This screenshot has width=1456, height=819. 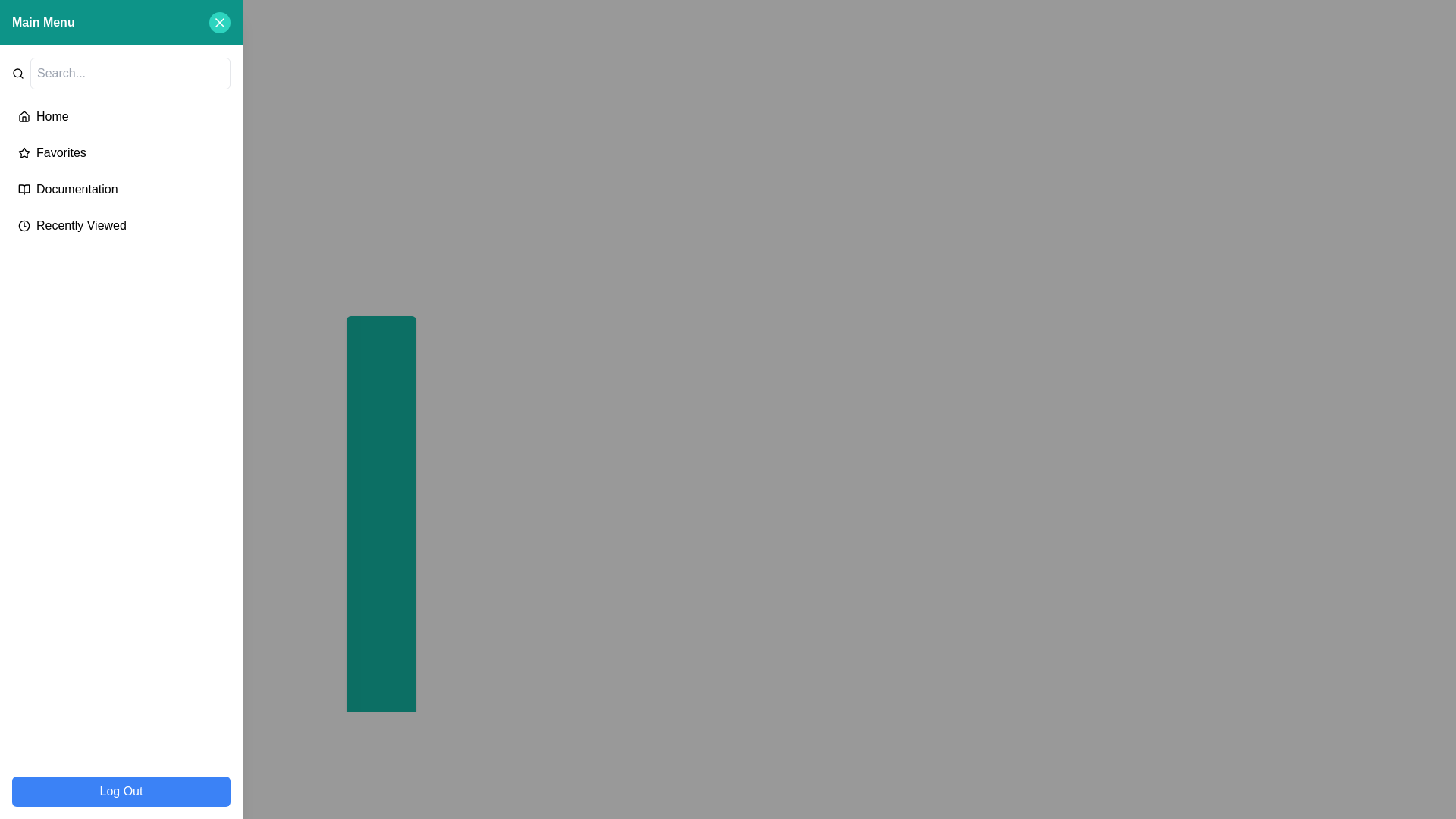 What do you see at coordinates (24, 225) in the screenshot?
I see `the small clock icon located on the left side of the 'Recently Viewed' menu item, which serves as a visual indicator for time or history functions` at bounding box center [24, 225].